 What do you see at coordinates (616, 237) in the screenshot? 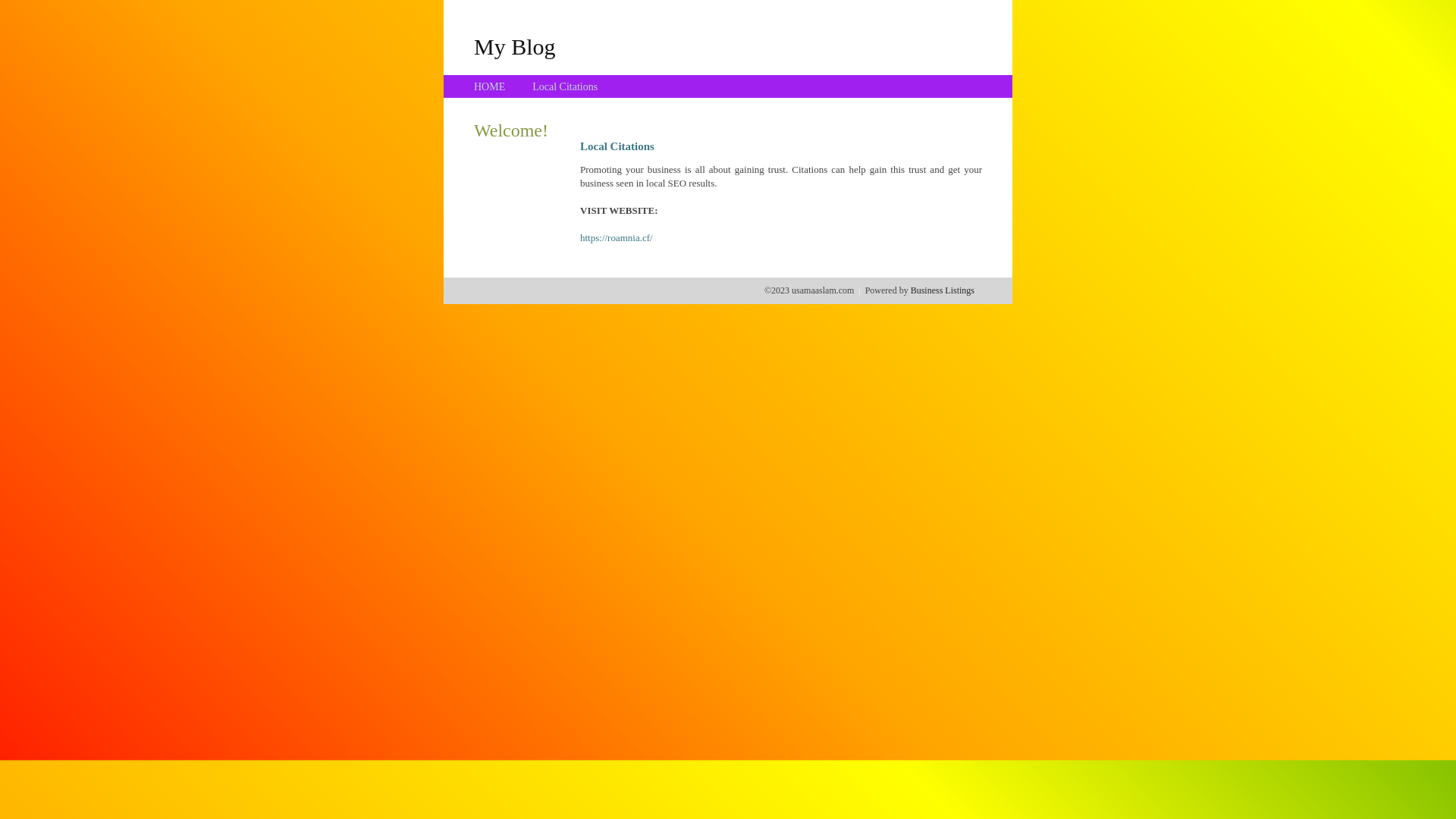
I see `'https://roamnia.cf/'` at bounding box center [616, 237].